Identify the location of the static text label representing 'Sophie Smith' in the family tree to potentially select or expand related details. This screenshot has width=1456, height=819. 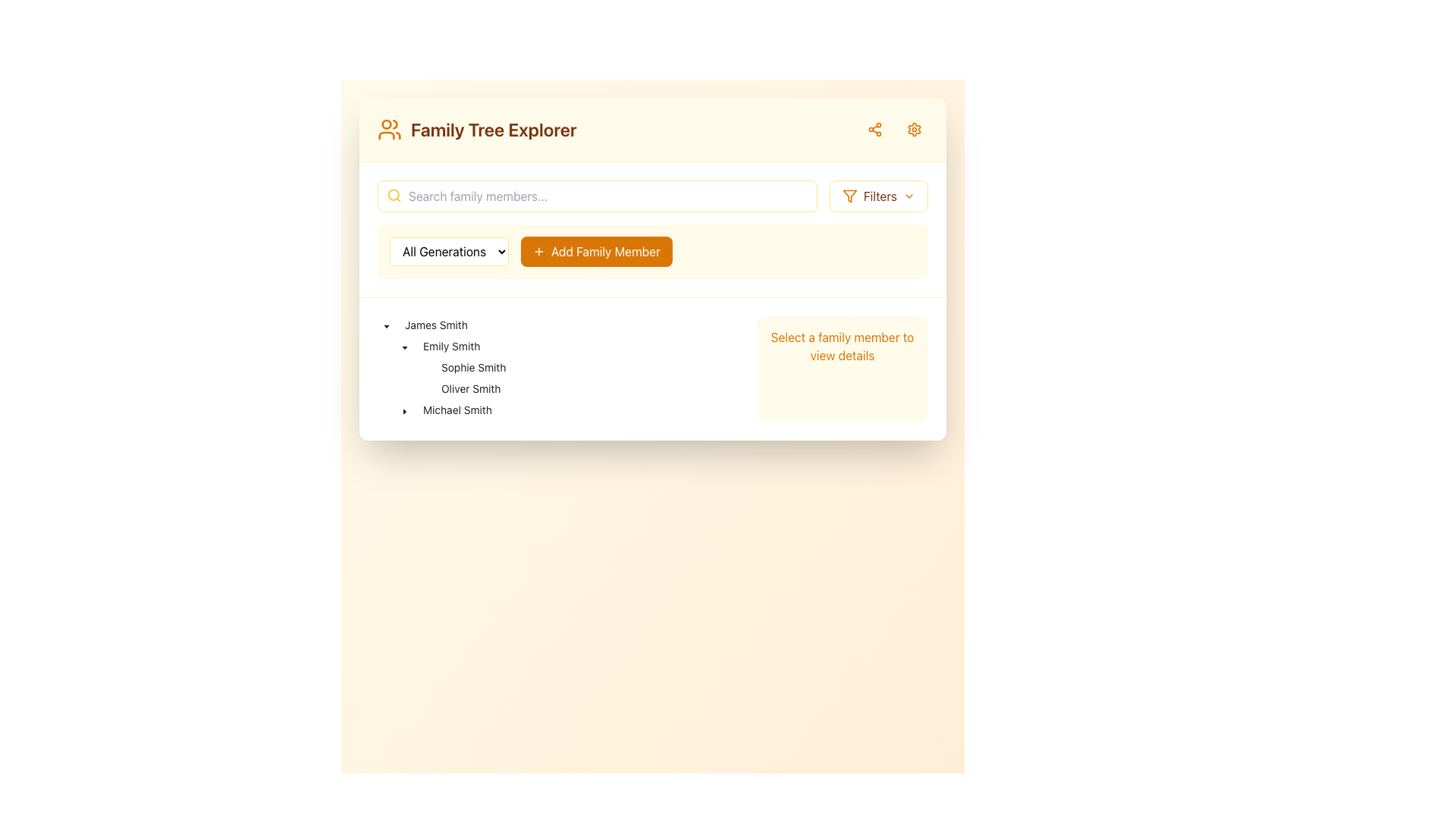
(472, 367).